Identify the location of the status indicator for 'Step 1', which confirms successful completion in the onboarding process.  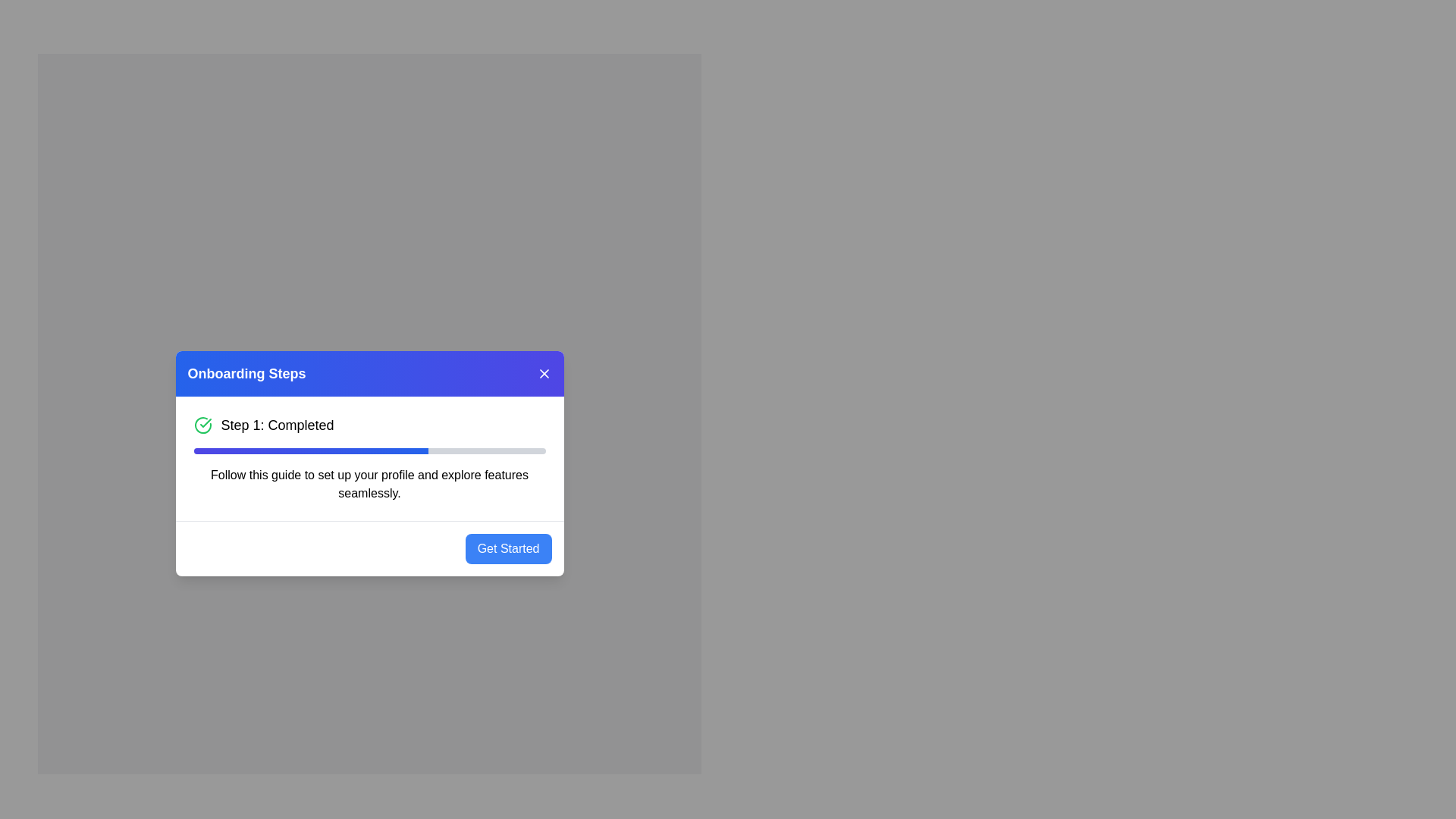
(278, 425).